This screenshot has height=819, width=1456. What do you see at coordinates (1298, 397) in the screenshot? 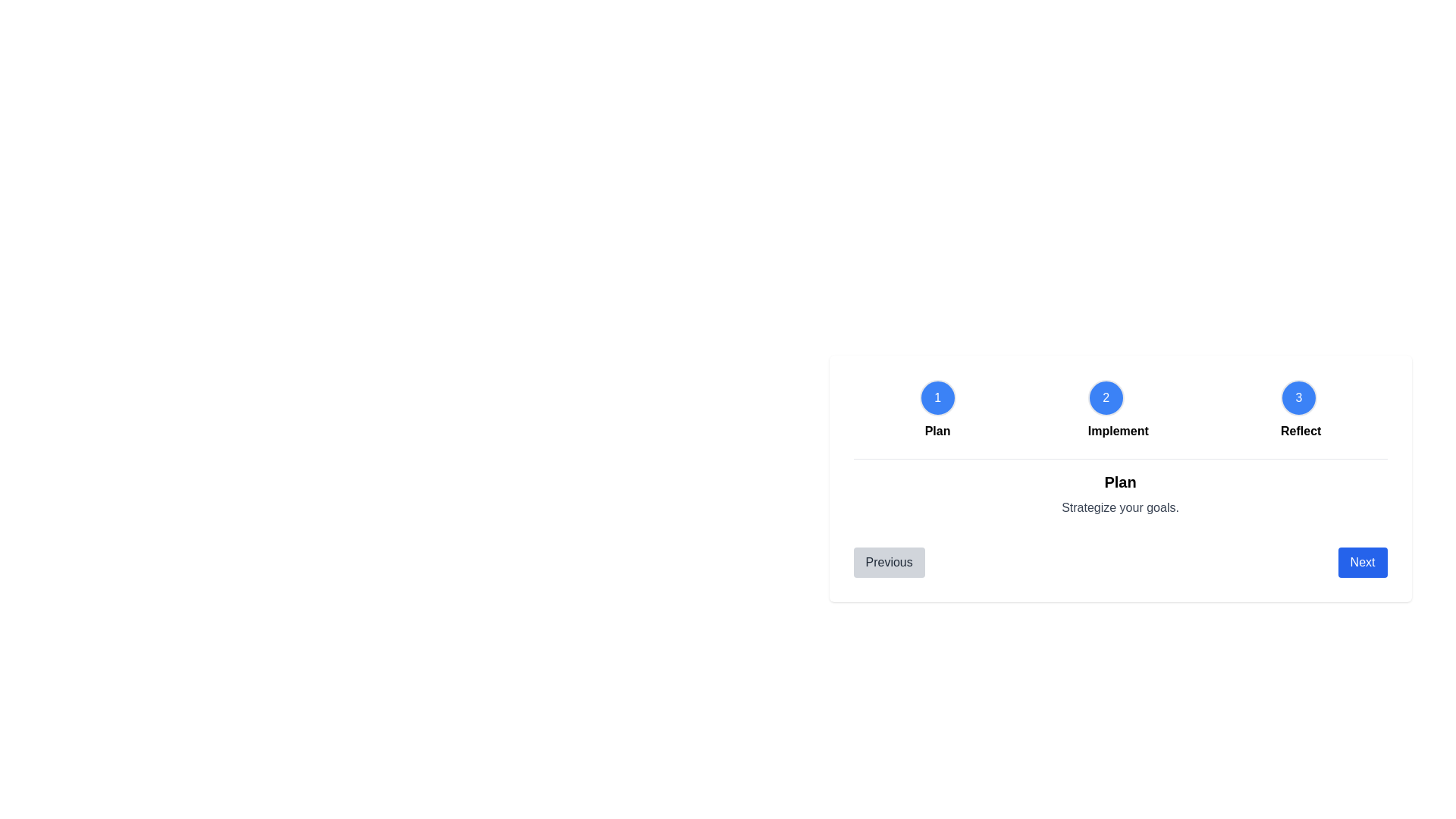
I see `the step circle corresponding to 3` at bounding box center [1298, 397].